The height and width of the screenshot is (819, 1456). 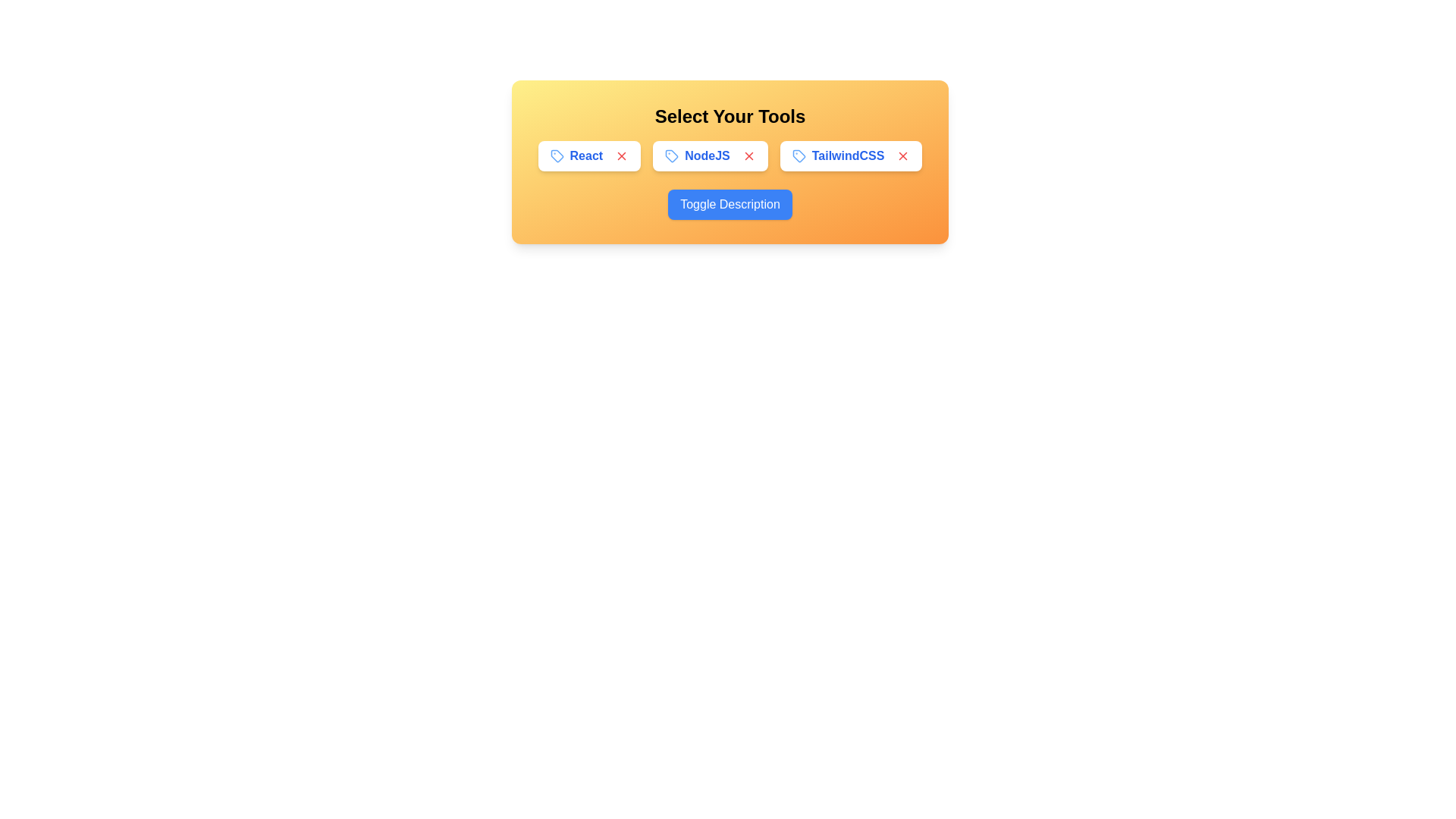 What do you see at coordinates (748, 155) in the screenshot?
I see `close button of the chip labeled NodeJS to remove it` at bounding box center [748, 155].